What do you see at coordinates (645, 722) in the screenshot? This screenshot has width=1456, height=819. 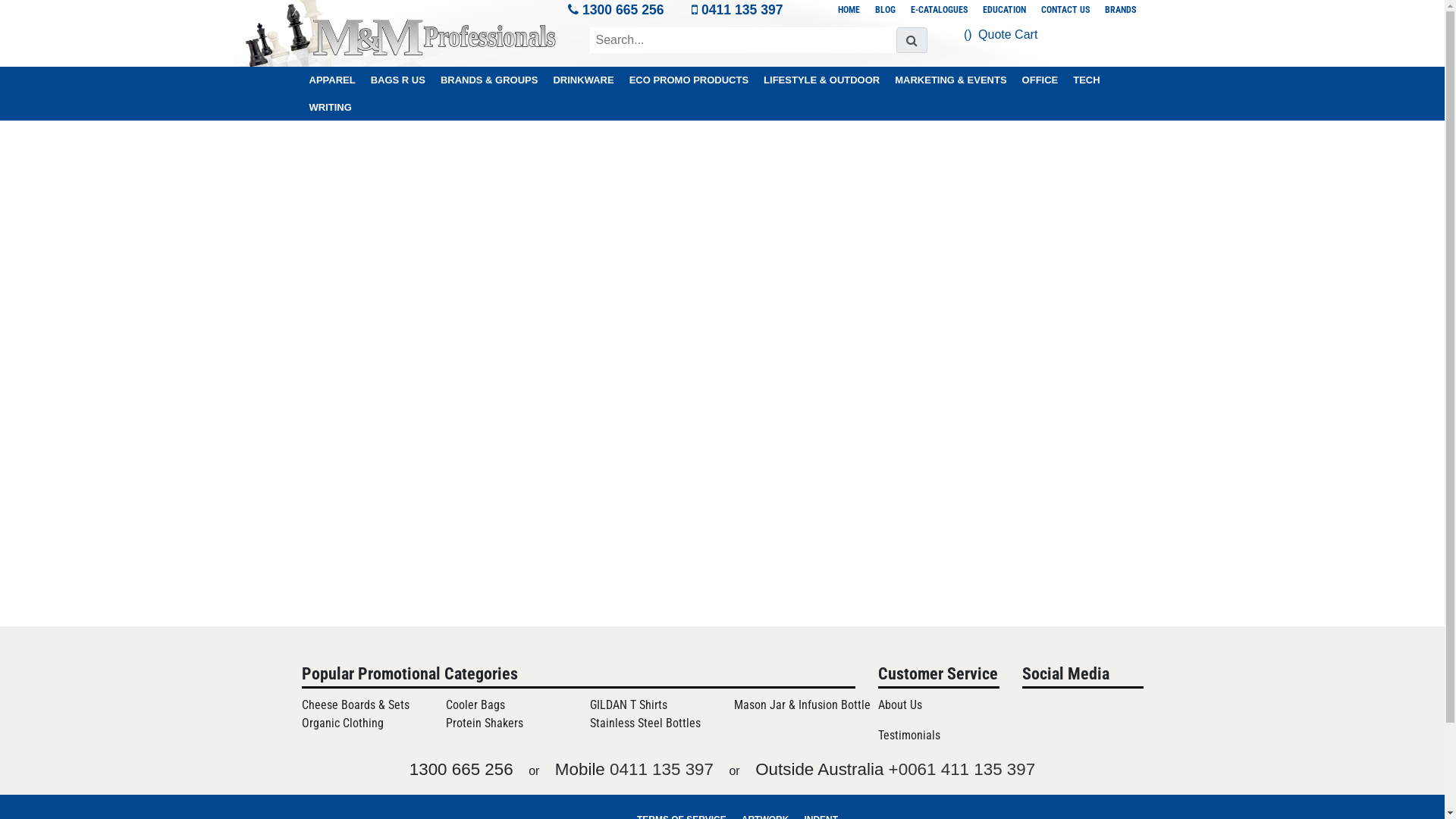 I see `'Stainless Steel Bottles'` at bounding box center [645, 722].